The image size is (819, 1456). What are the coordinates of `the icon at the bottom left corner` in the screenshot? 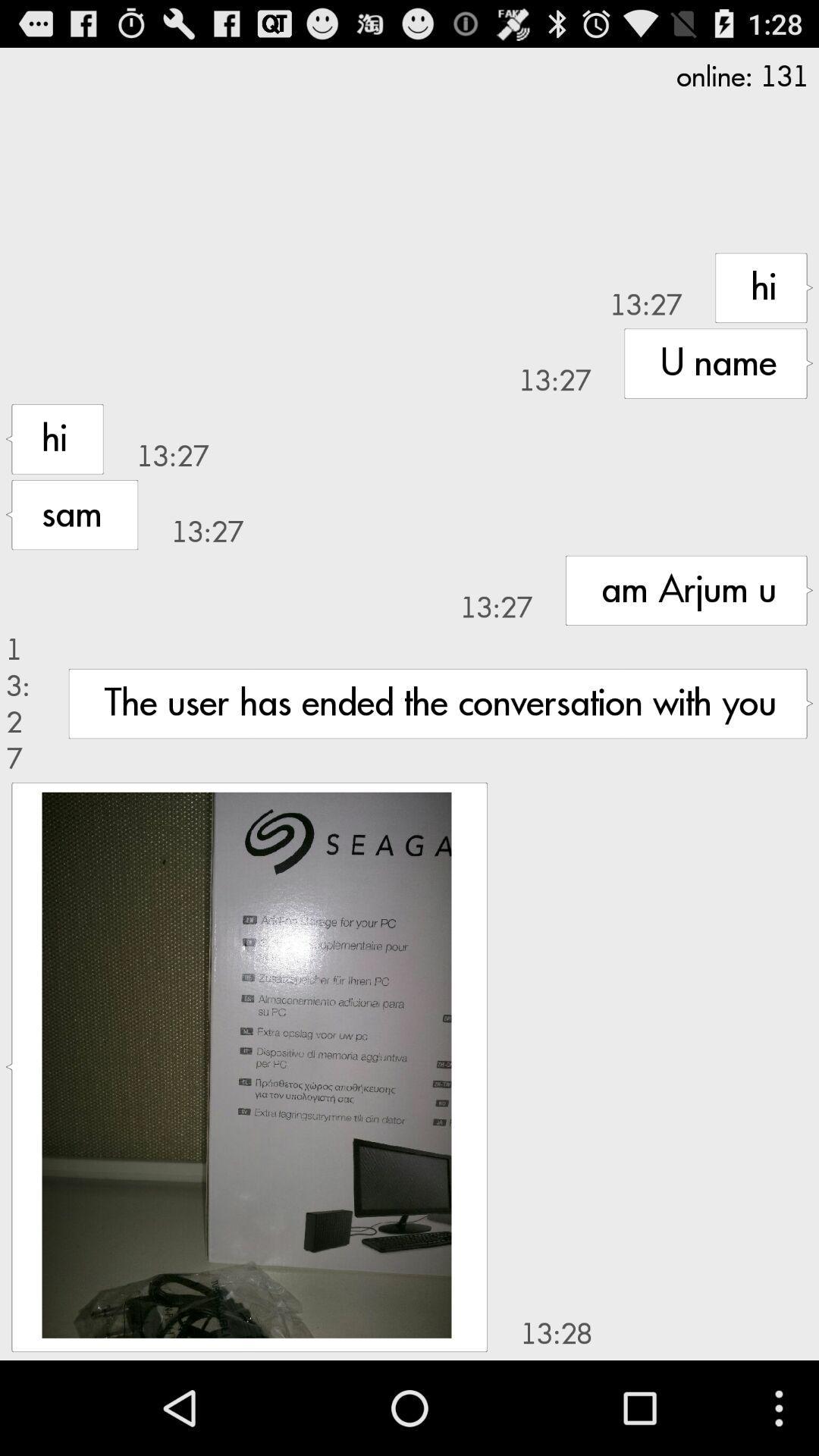 It's located at (246, 1064).